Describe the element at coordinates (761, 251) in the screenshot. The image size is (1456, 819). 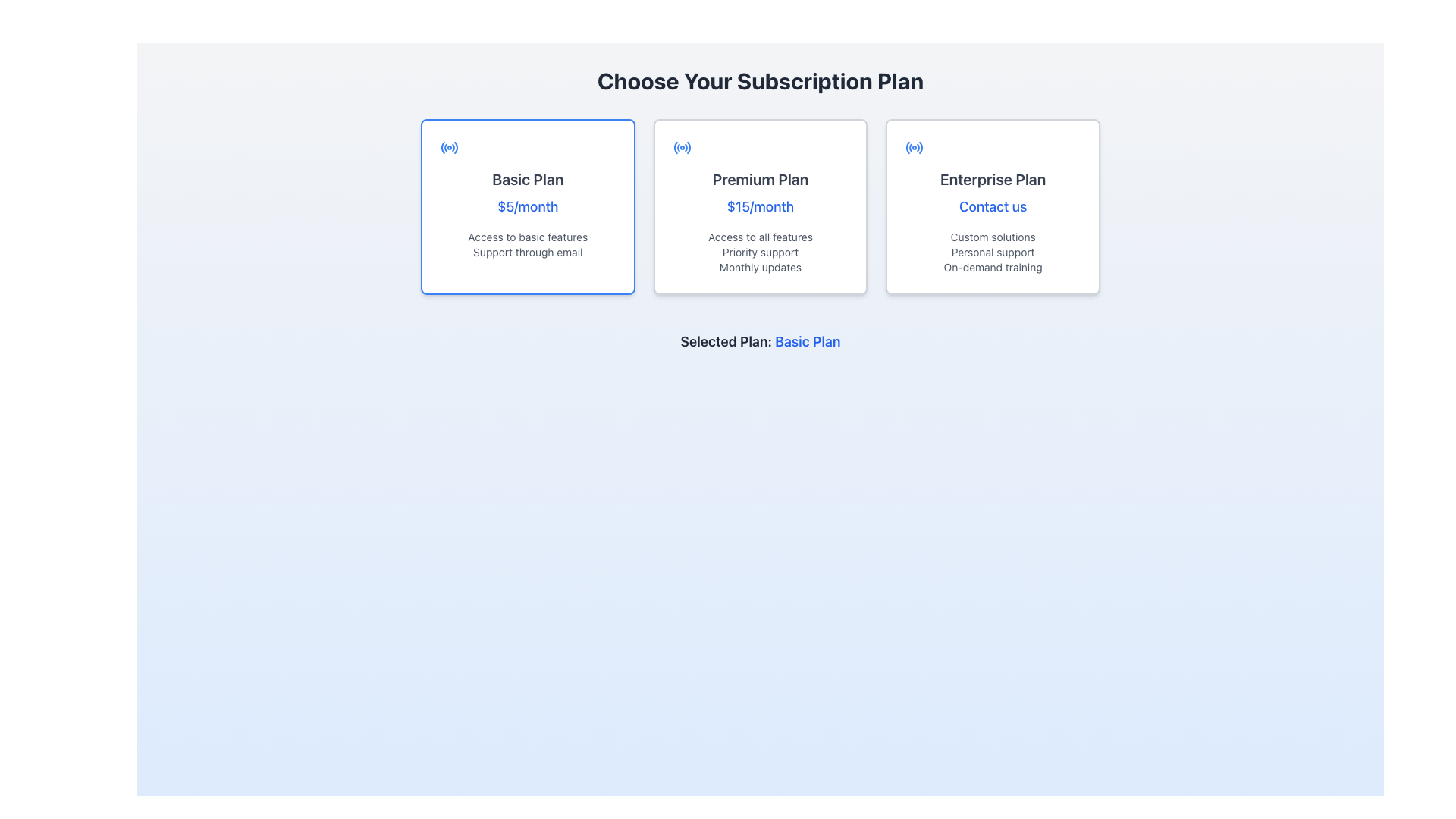
I see `text block detailing features of the Premium Plan, located below the '$15/month' price text in the subscription selection interface` at that location.